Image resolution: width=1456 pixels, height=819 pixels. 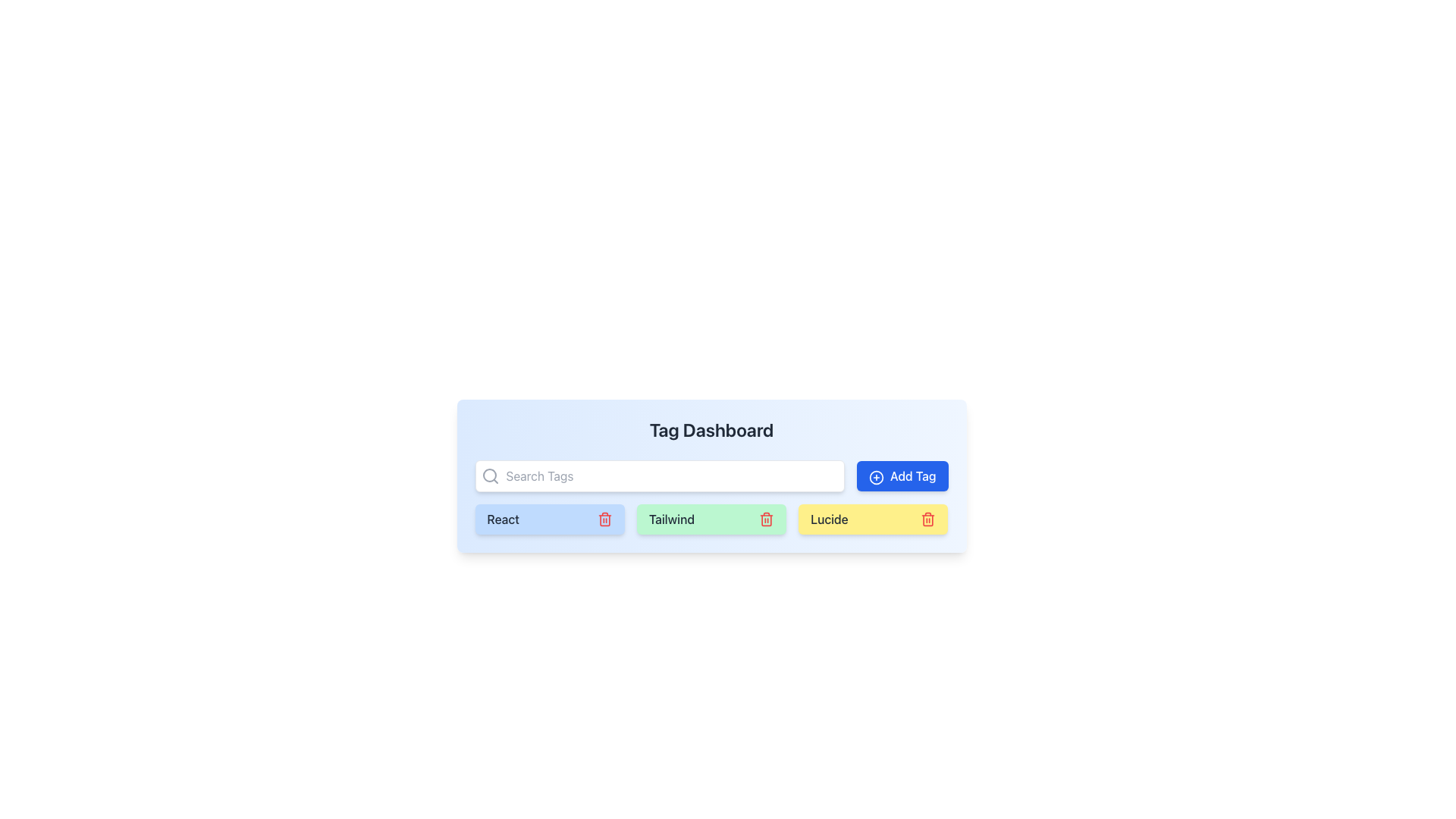 I want to click on the trash or delete icon inside the yellow 'Lucide' tag in the bottom row, so click(x=927, y=519).